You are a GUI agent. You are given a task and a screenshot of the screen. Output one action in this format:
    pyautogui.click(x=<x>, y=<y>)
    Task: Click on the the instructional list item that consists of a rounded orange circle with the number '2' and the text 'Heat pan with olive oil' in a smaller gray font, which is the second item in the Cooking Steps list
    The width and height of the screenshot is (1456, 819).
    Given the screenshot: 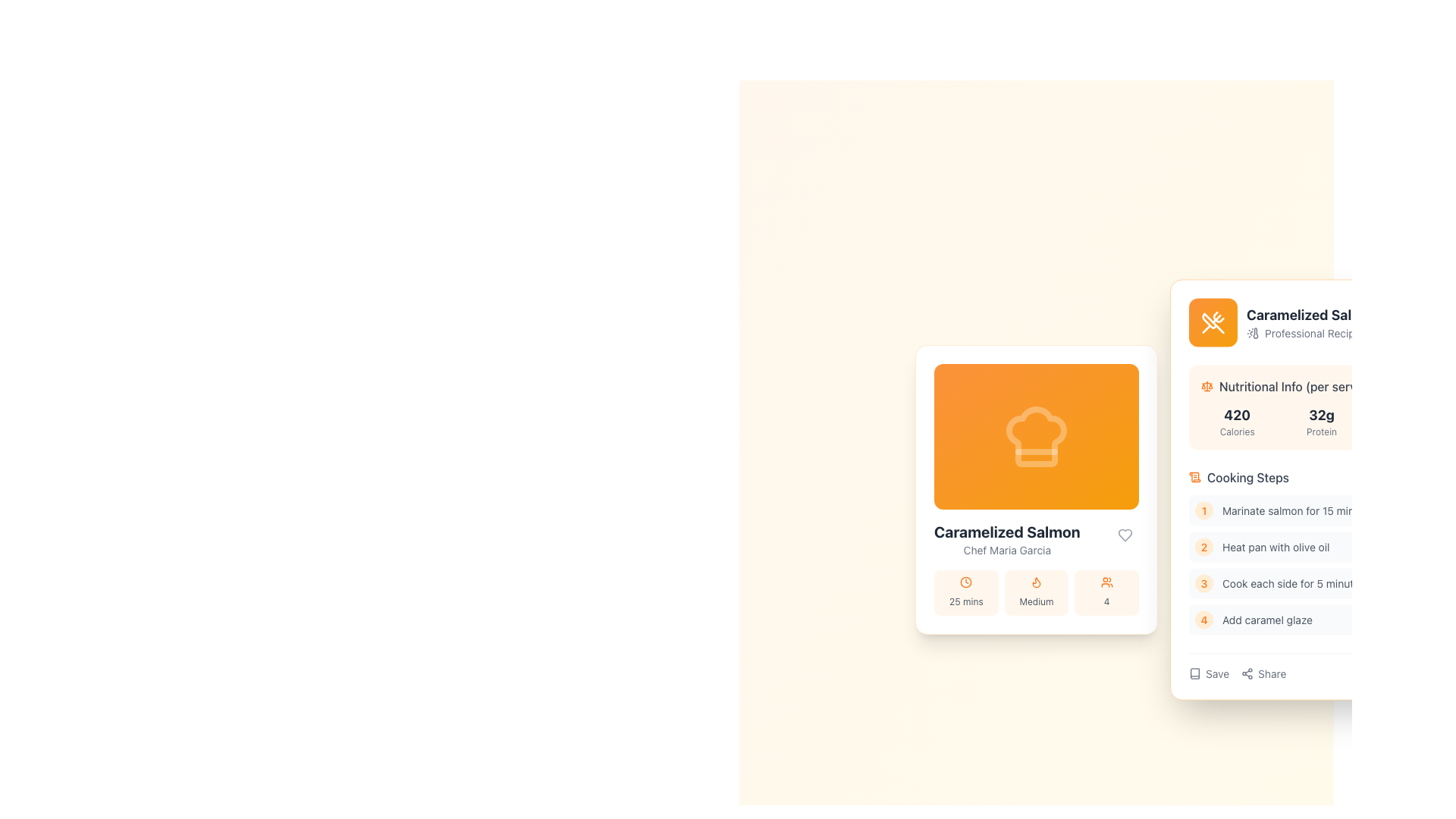 What is the action you would take?
    pyautogui.click(x=1320, y=547)
    